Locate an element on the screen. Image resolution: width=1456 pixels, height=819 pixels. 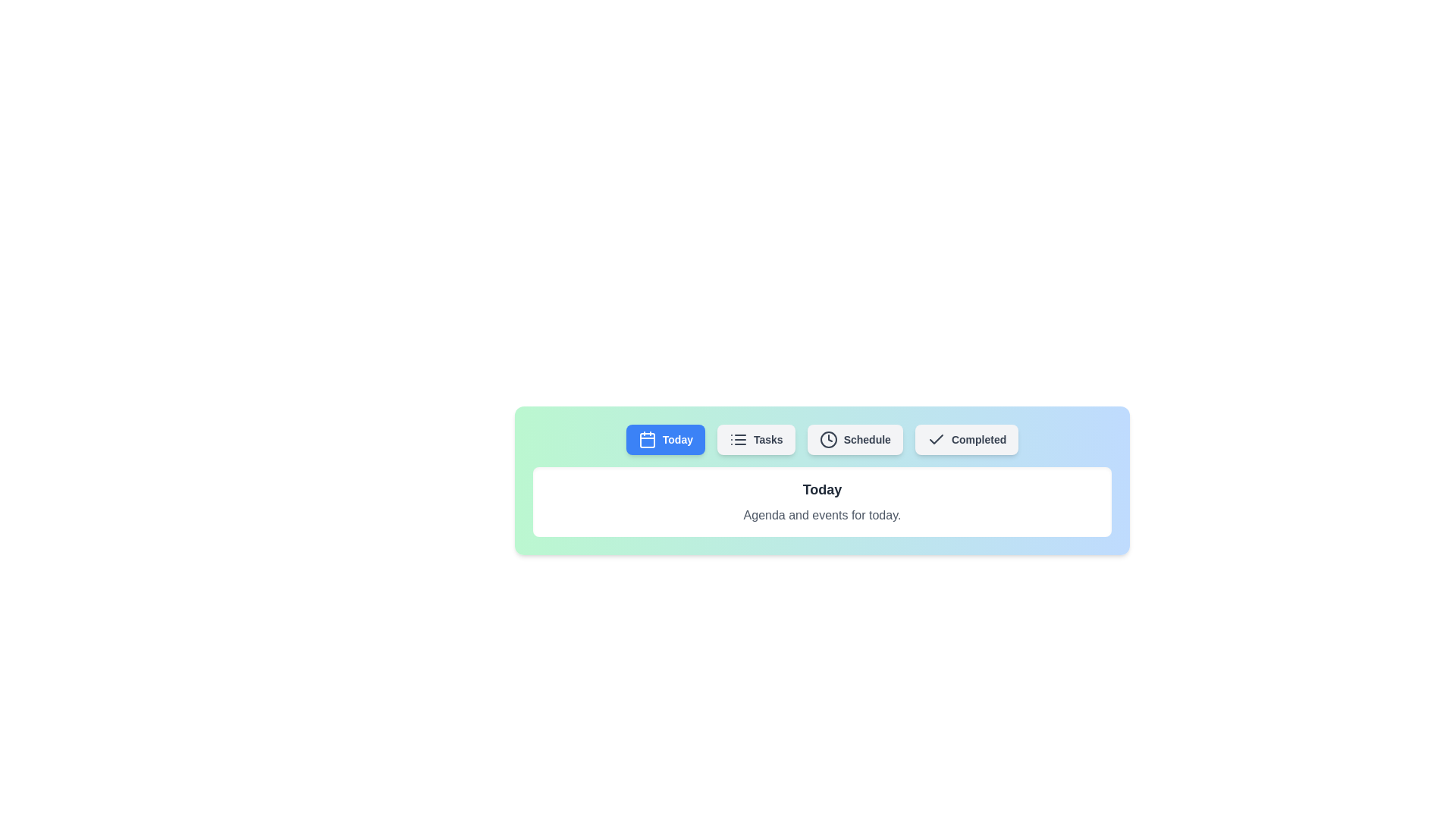
the Completed tab to switch to its view is located at coordinates (966, 439).